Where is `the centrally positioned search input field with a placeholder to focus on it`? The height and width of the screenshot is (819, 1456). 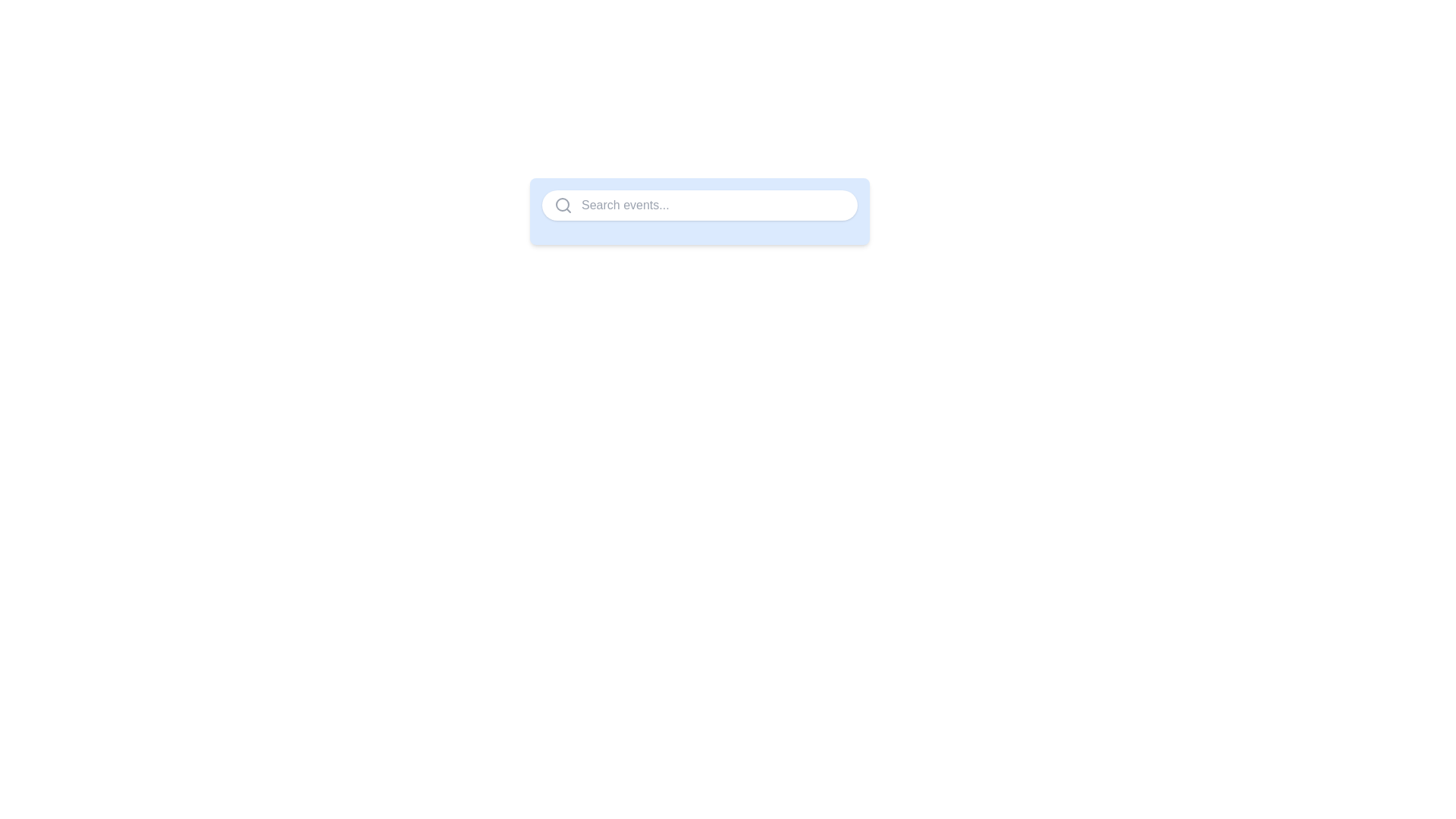 the centrally positioned search input field with a placeholder to focus on it is located at coordinates (698, 205).